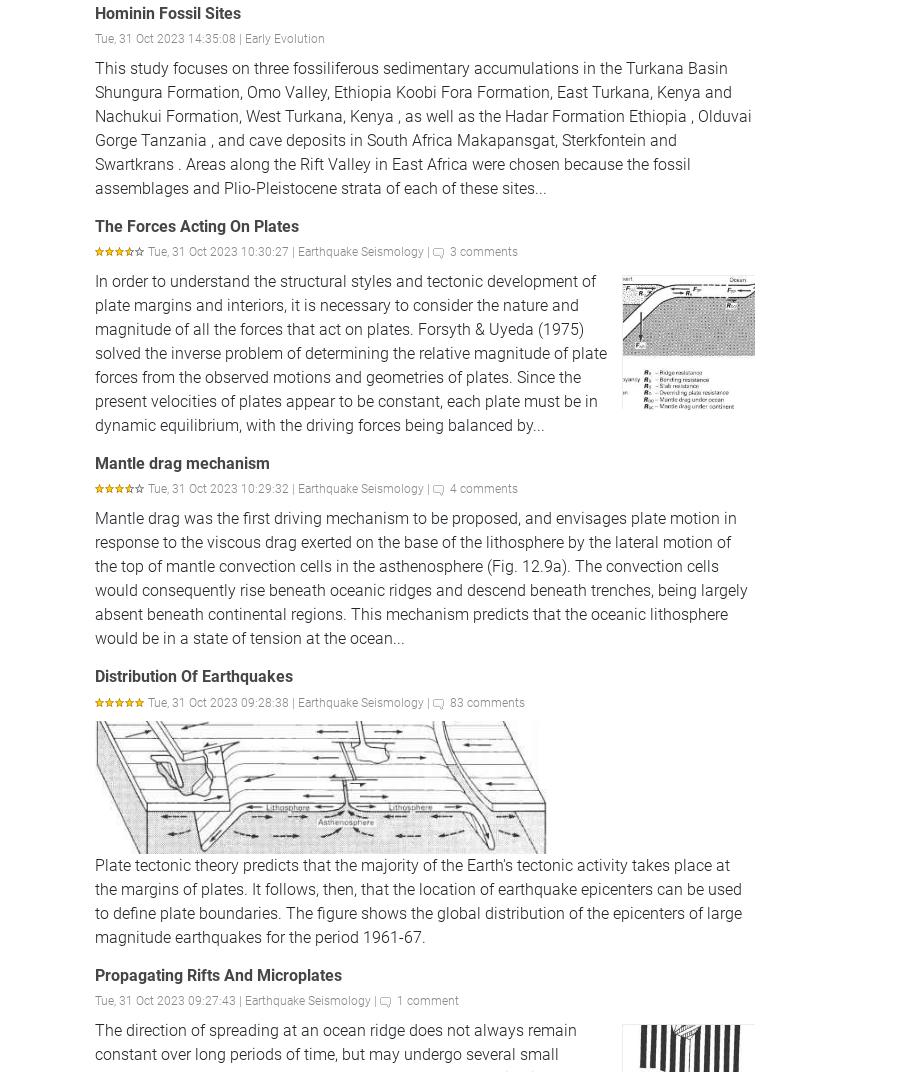 This screenshot has height=1072, width=904. What do you see at coordinates (428, 1000) in the screenshot?
I see `'1 comment'` at bounding box center [428, 1000].